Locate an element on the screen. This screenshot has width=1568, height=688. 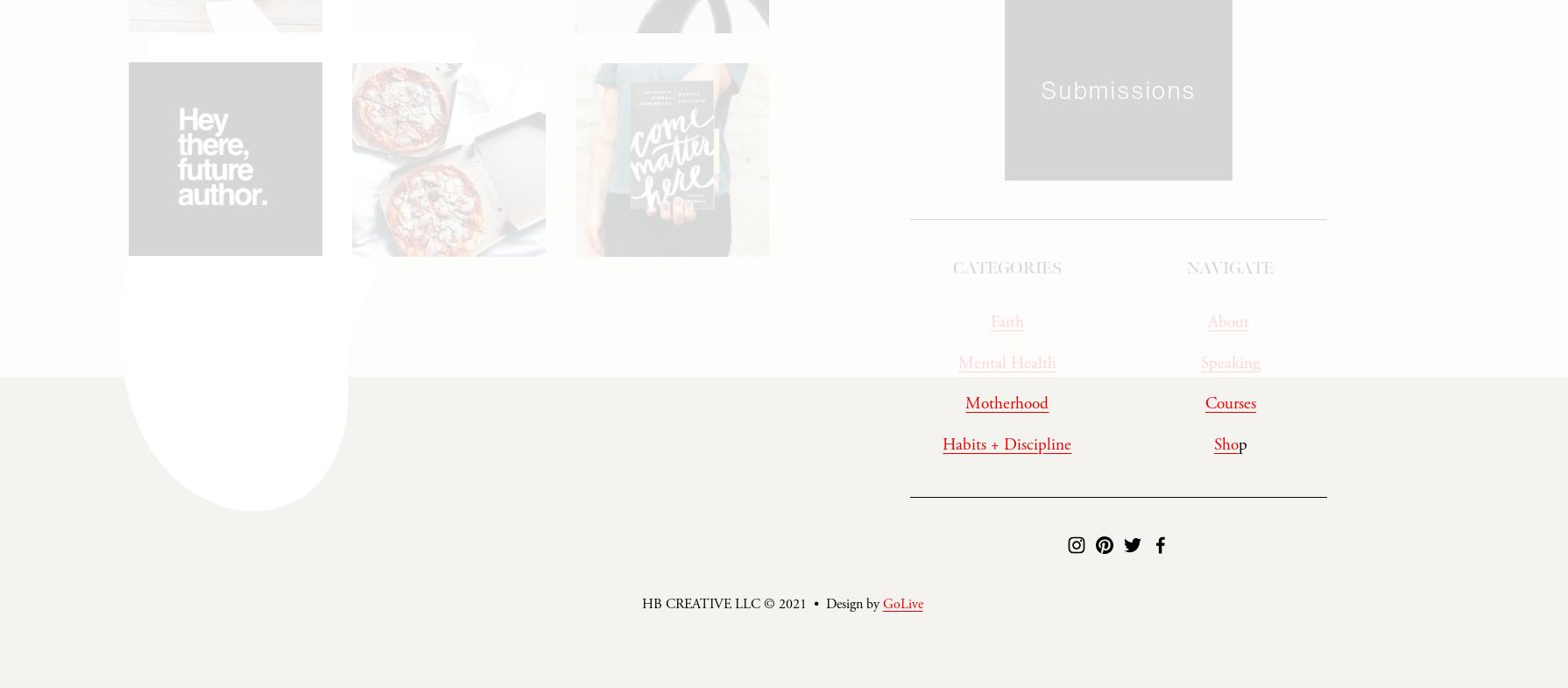
'Faith' is located at coordinates (1006, 327).